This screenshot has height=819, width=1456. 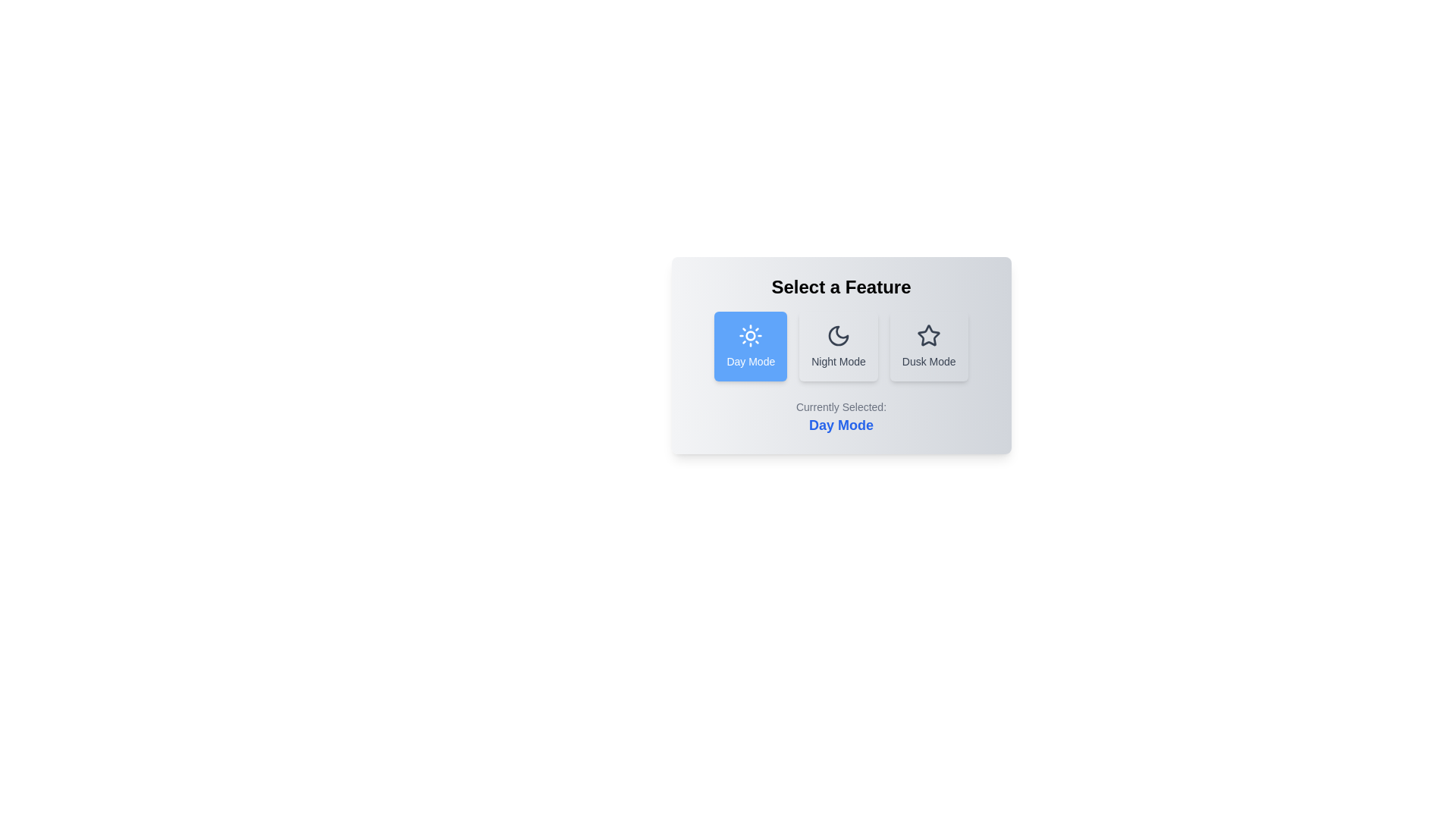 I want to click on the feature corresponding to Day Mode mode, so click(x=751, y=346).